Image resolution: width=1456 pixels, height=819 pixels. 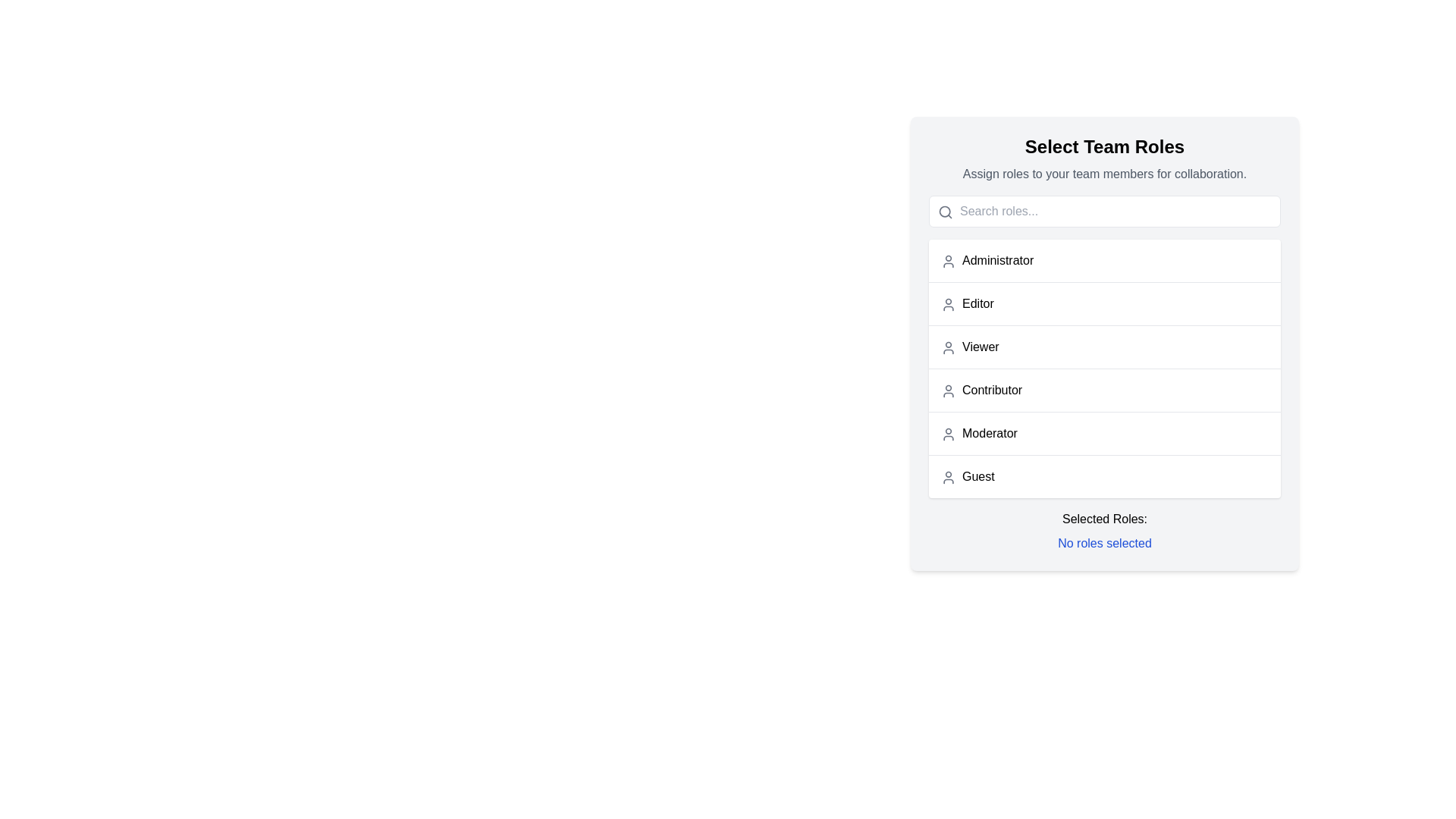 What do you see at coordinates (948, 347) in the screenshot?
I see `the user icon depicted as a circular head and semi-rounded rectangular body in gray color, located` at bounding box center [948, 347].